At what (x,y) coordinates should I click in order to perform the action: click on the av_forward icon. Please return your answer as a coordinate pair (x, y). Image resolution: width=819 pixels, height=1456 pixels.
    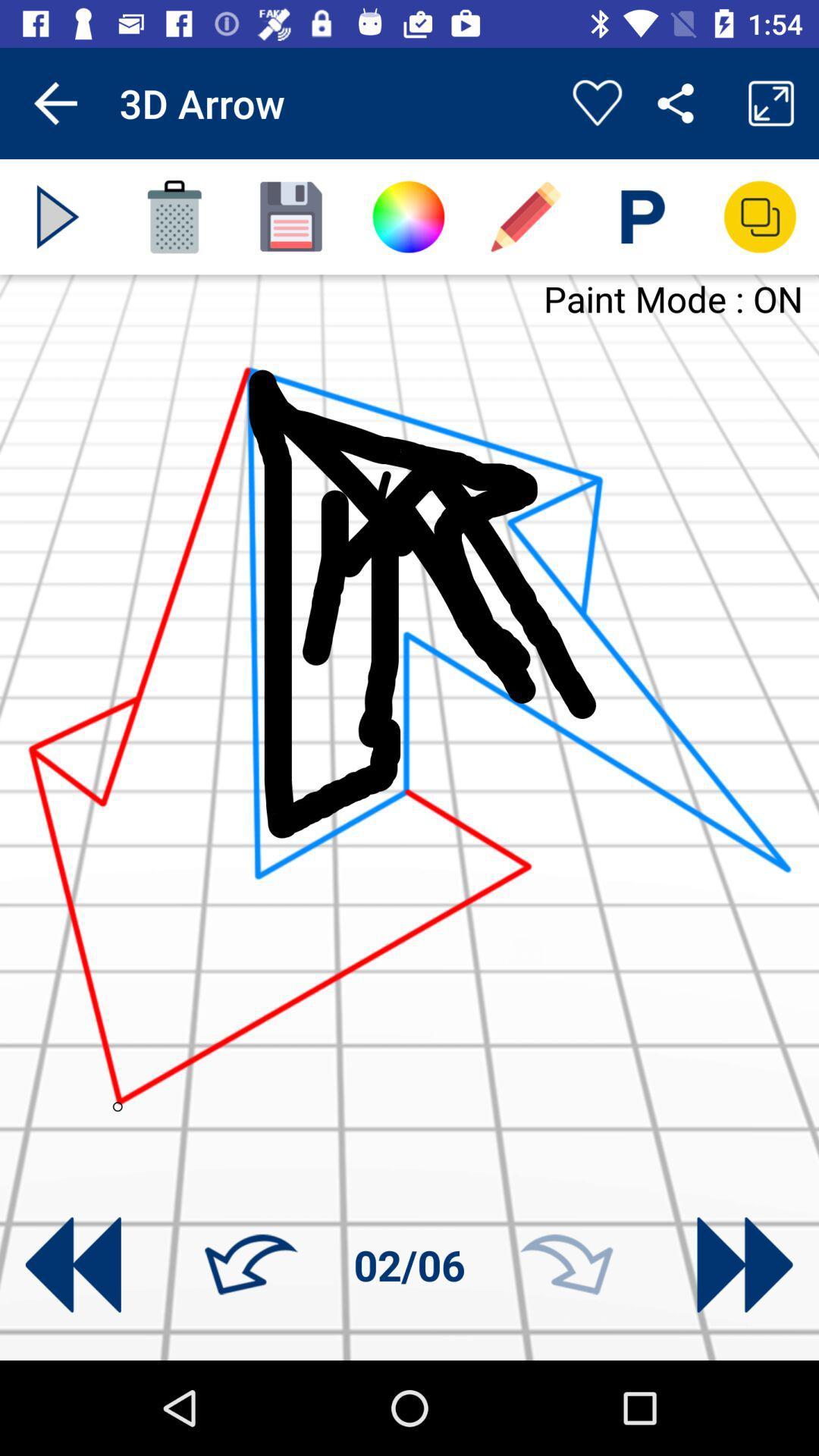
    Looking at the image, I should click on (744, 1265).